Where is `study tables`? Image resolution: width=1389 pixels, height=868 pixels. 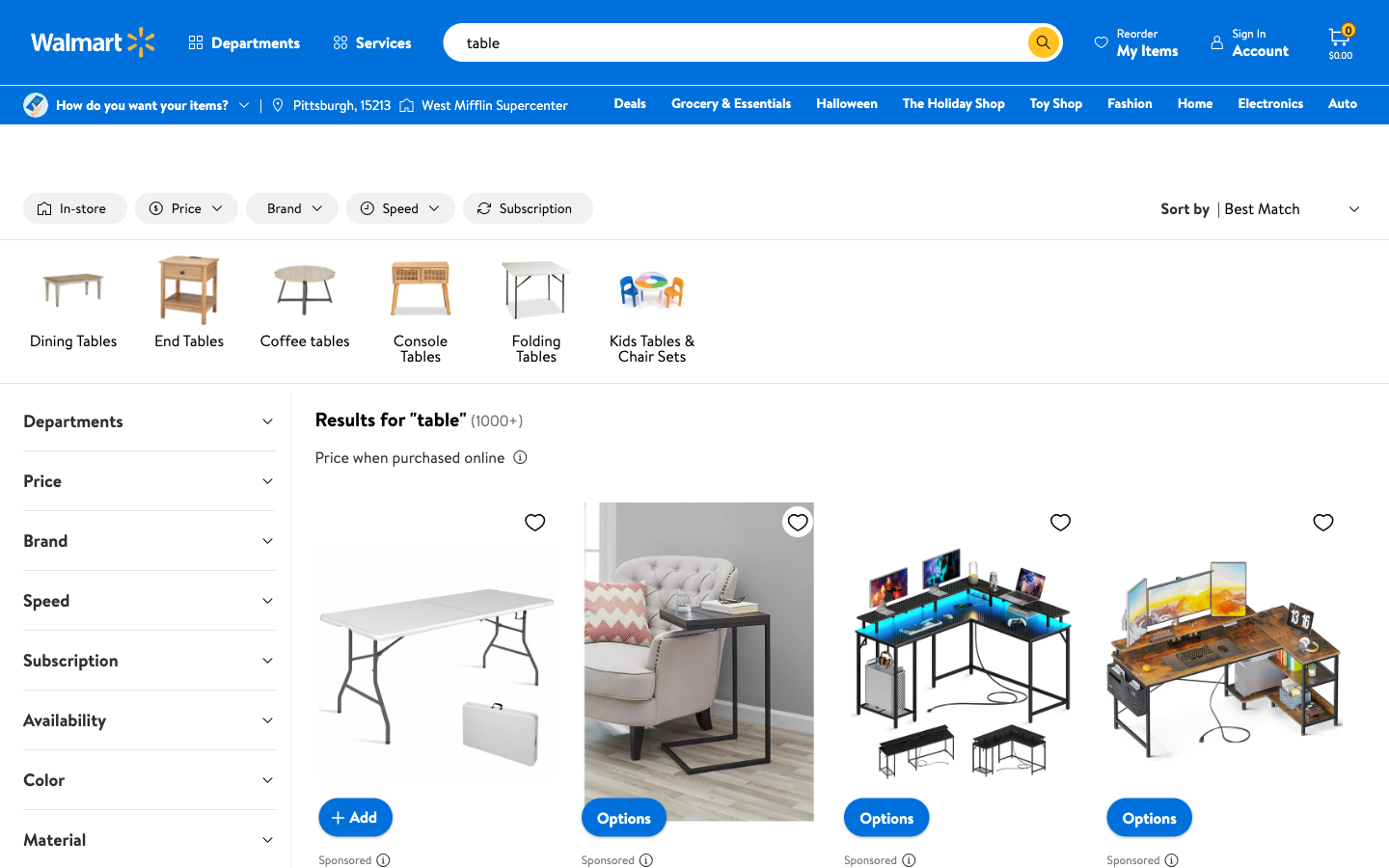 study tables is located at coordinates (1013, 41).